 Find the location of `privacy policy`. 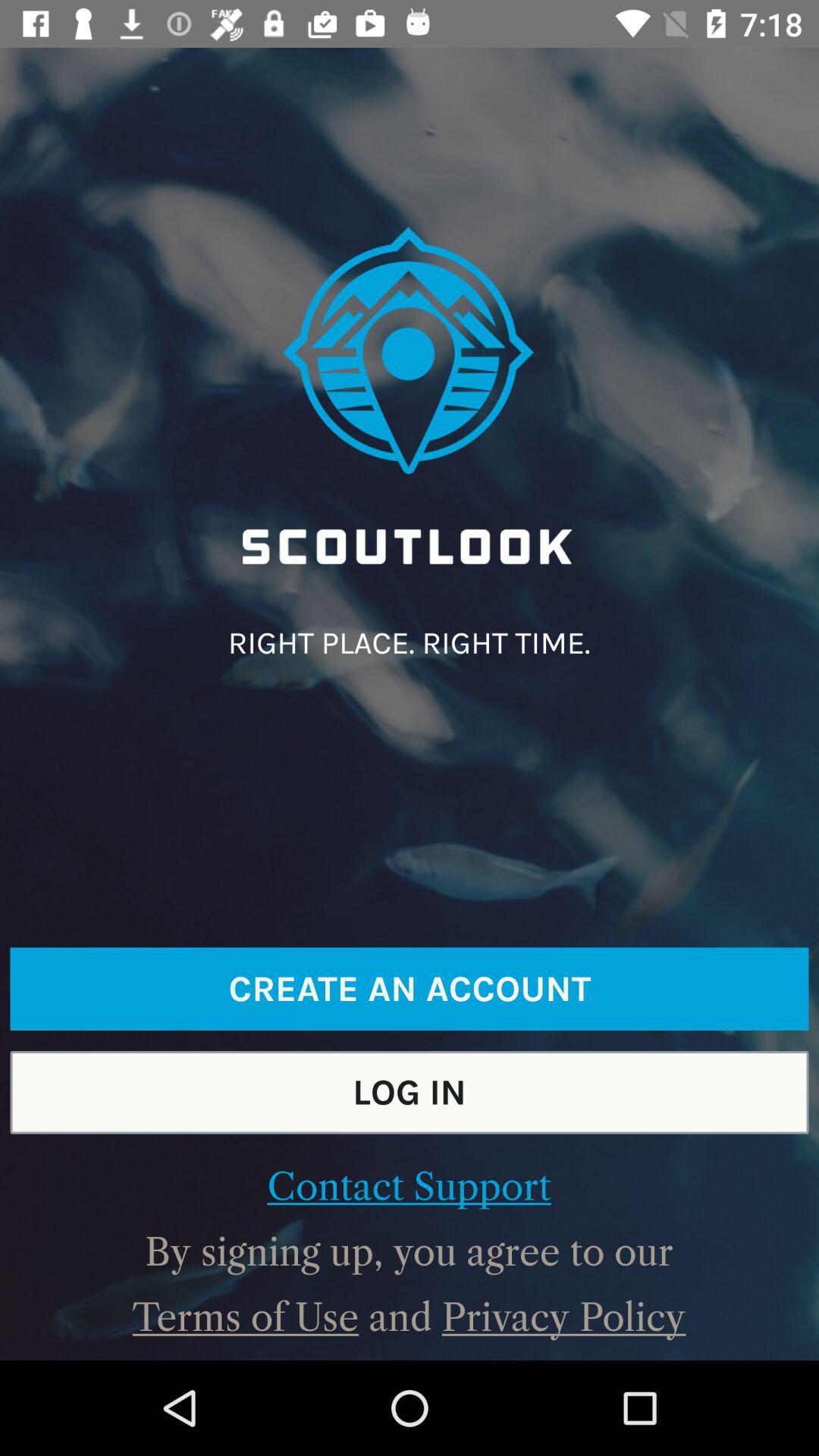

privacy policy is located at coordinates (563, 1316).